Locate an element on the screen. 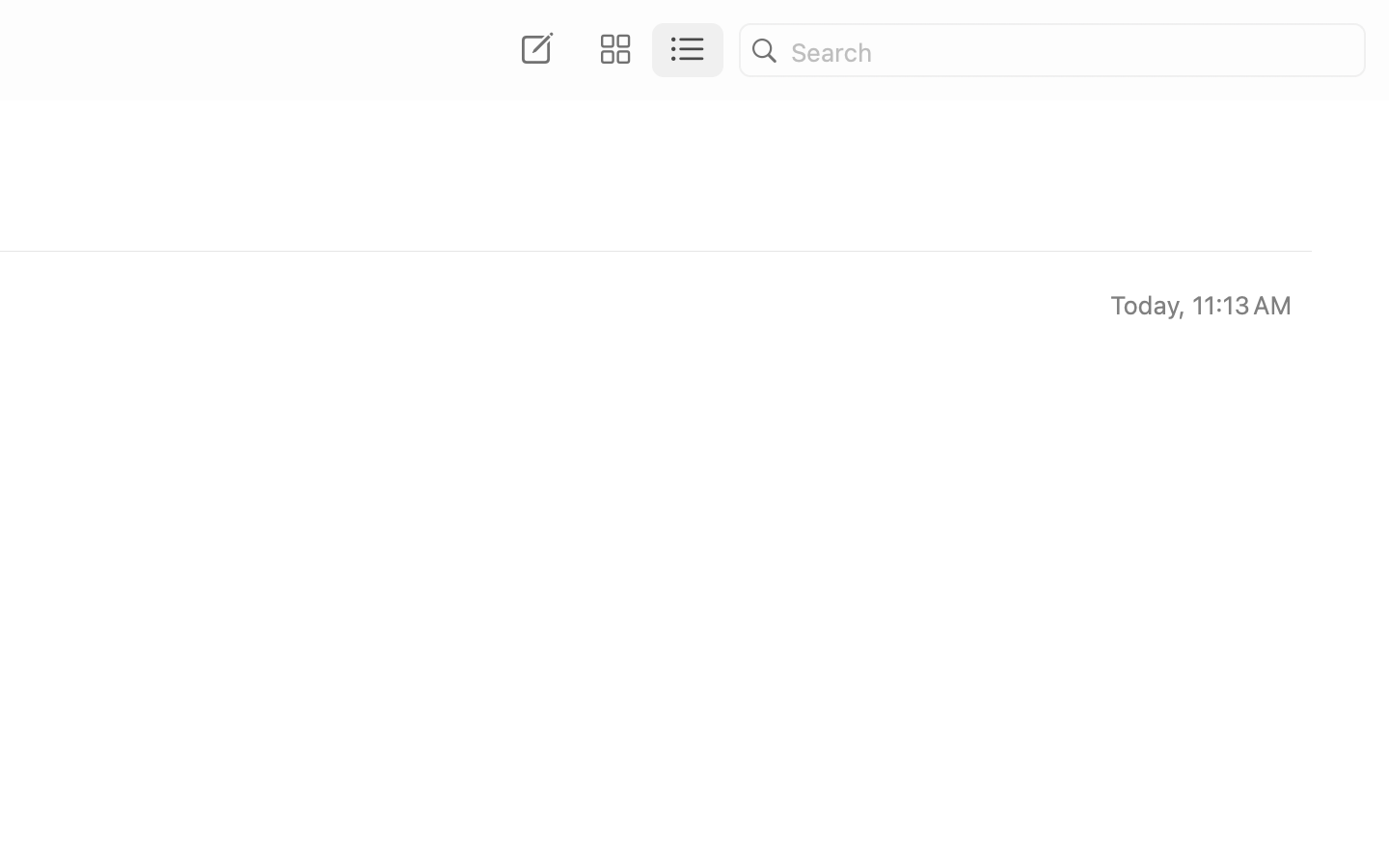  'Today, 11:13 AM' is located at coordinates (1199, 303).